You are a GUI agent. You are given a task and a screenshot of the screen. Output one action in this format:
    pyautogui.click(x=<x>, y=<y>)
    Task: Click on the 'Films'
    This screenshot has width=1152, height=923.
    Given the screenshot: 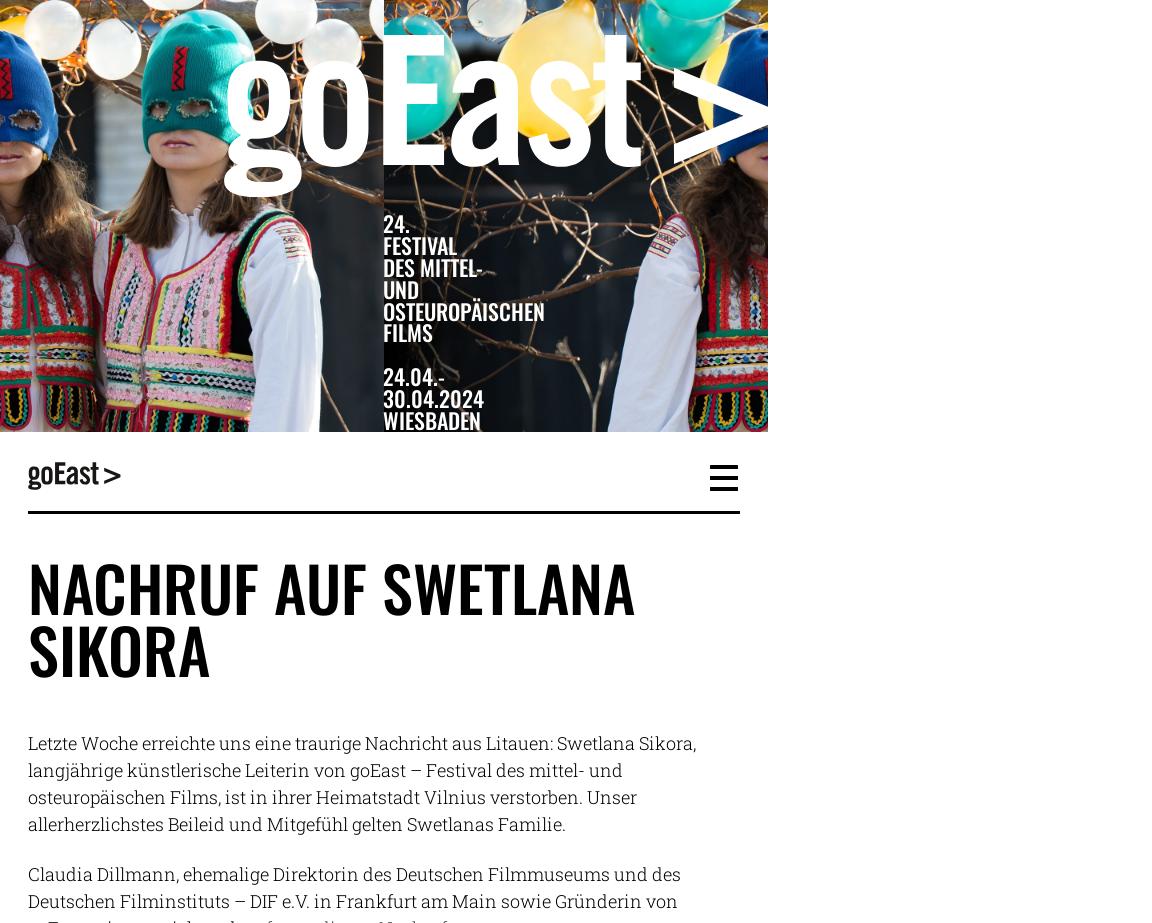 What is the action you would take?
    pyautogui.click(x=407, y=332)
    